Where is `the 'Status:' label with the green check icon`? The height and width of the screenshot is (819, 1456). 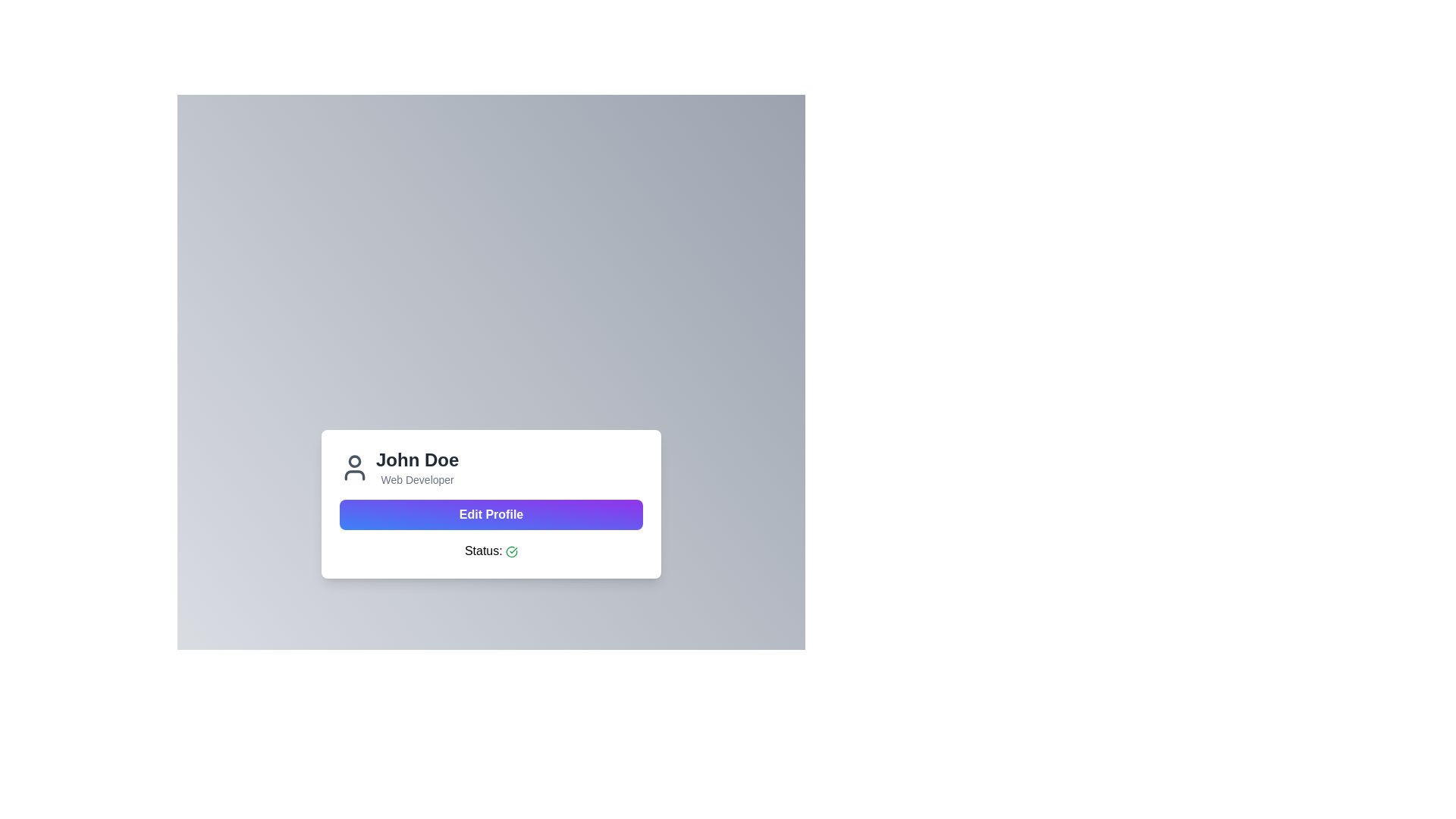
the 'Status:' label with the green check icon is located at coordinates (491, 551).